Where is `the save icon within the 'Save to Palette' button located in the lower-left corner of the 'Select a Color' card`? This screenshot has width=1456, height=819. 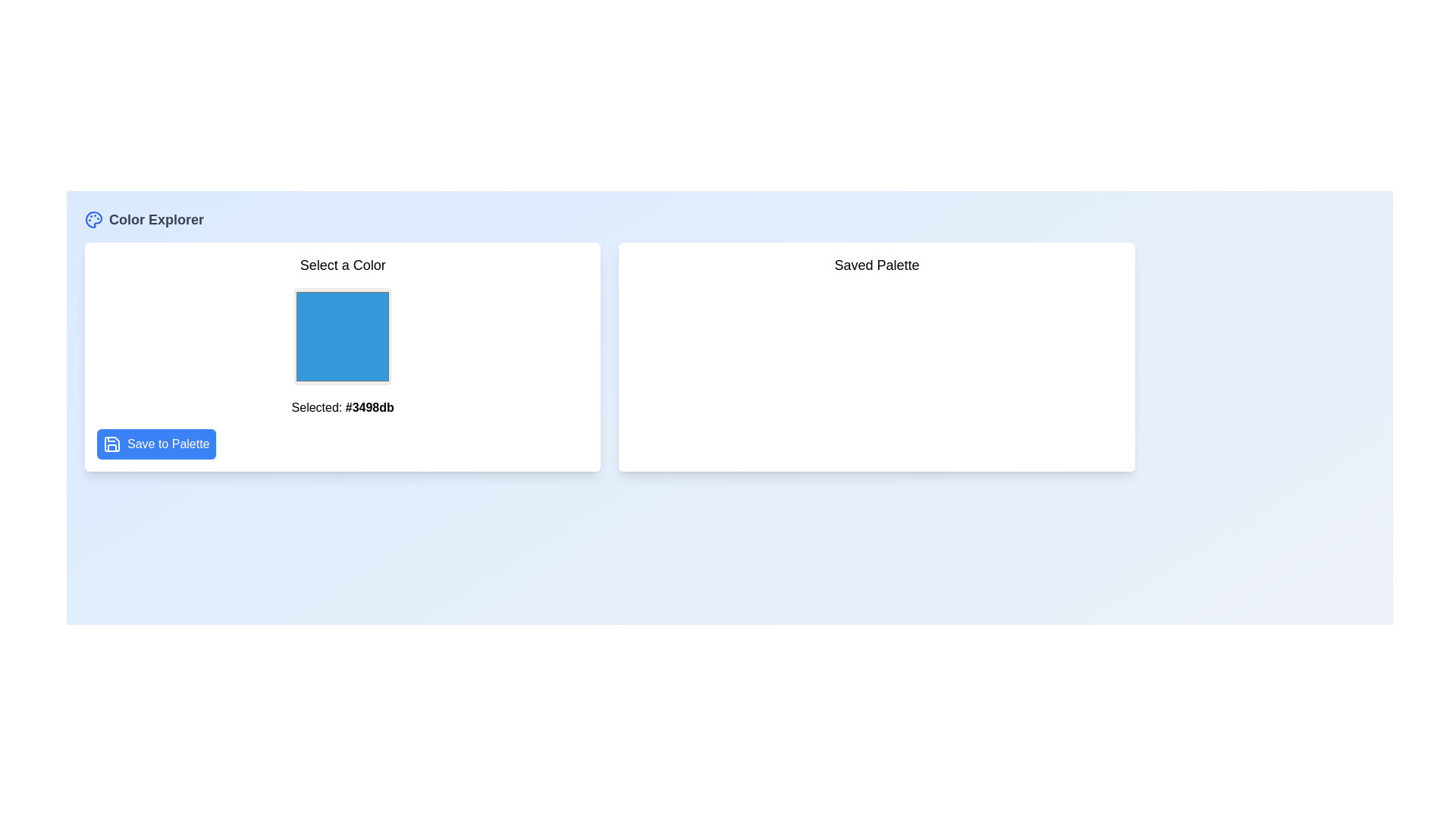
the save icon within the 'Save to Palette' button located in the lower-left corner of the 'Select a Color' card is located at coordinates (111, 444).